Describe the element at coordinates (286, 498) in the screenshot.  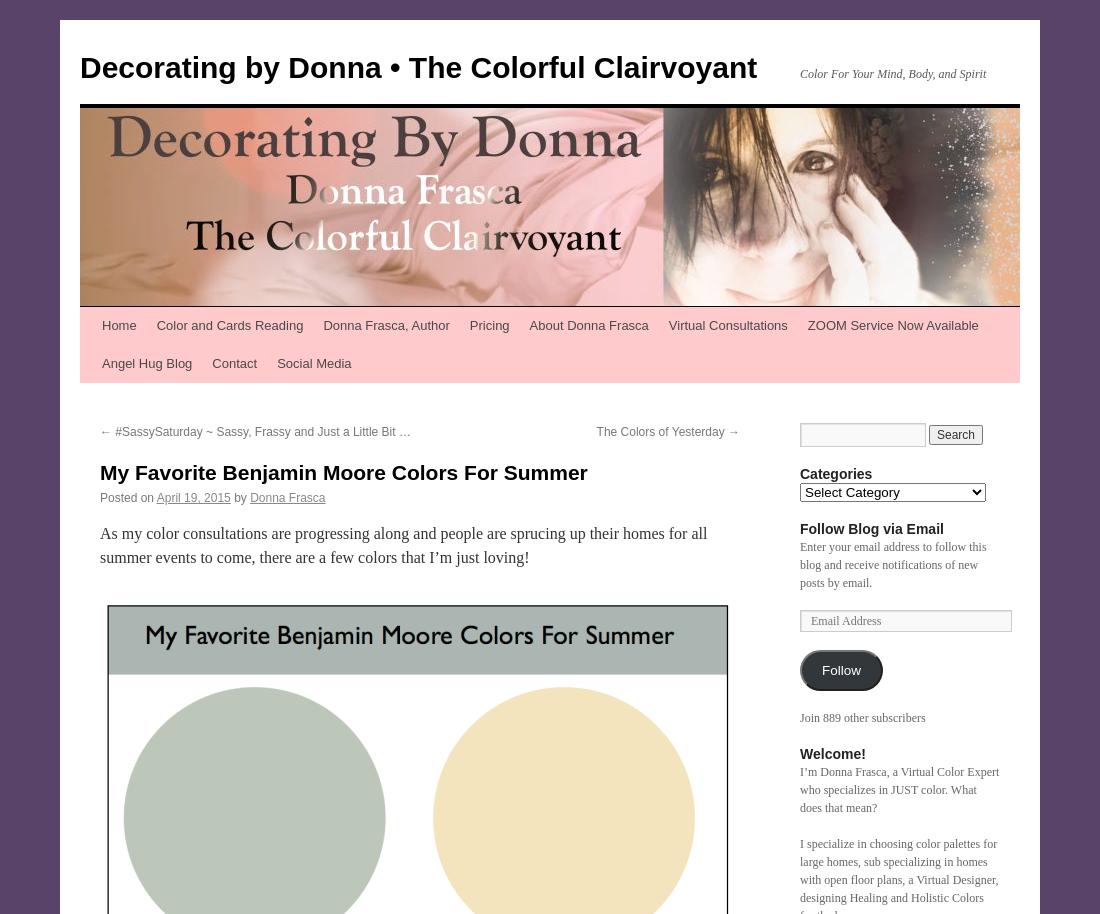
I see `'Donna Frasca'` at that location.